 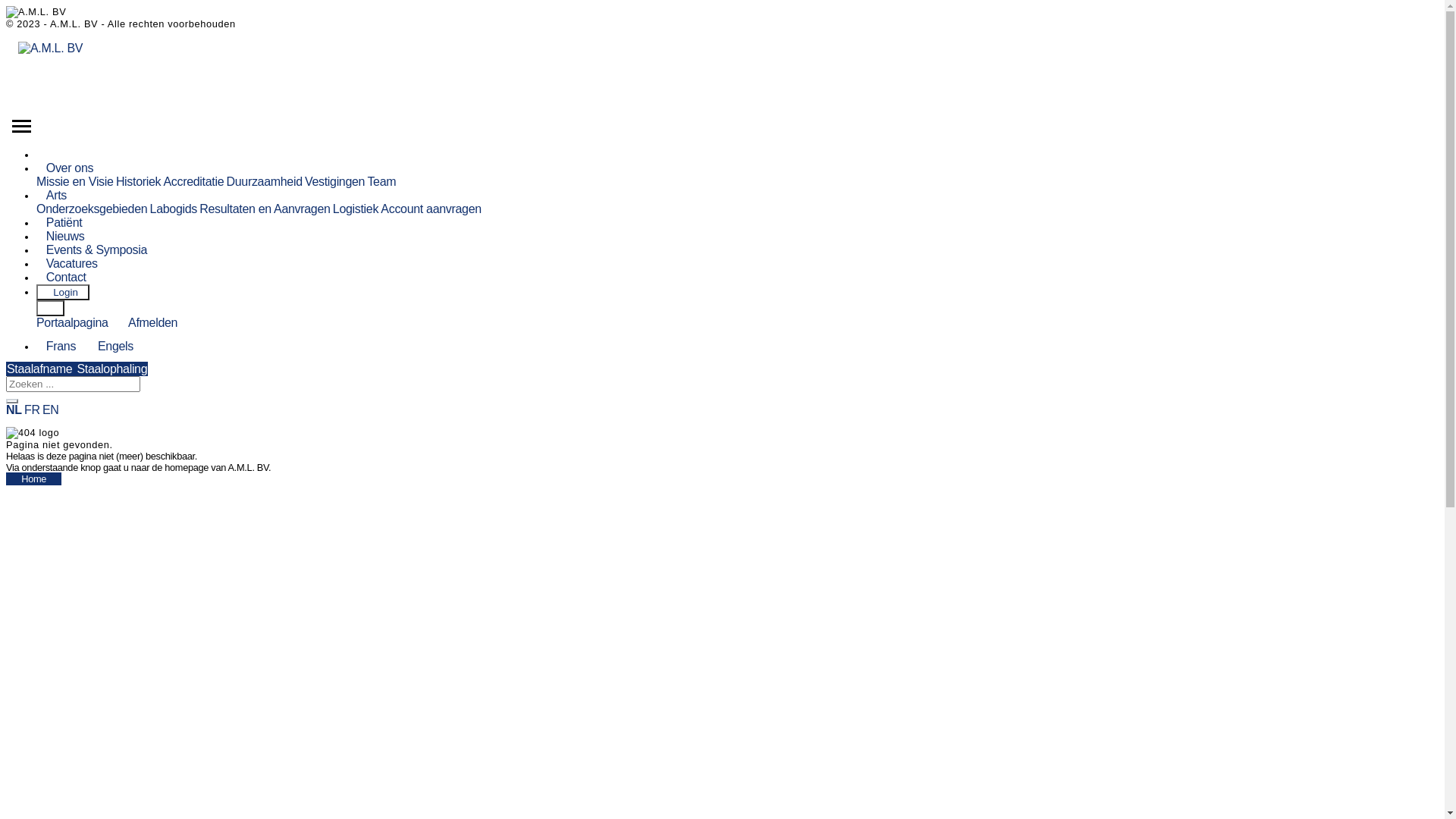 I want to click on '  Login', so click(x=61, y=292).